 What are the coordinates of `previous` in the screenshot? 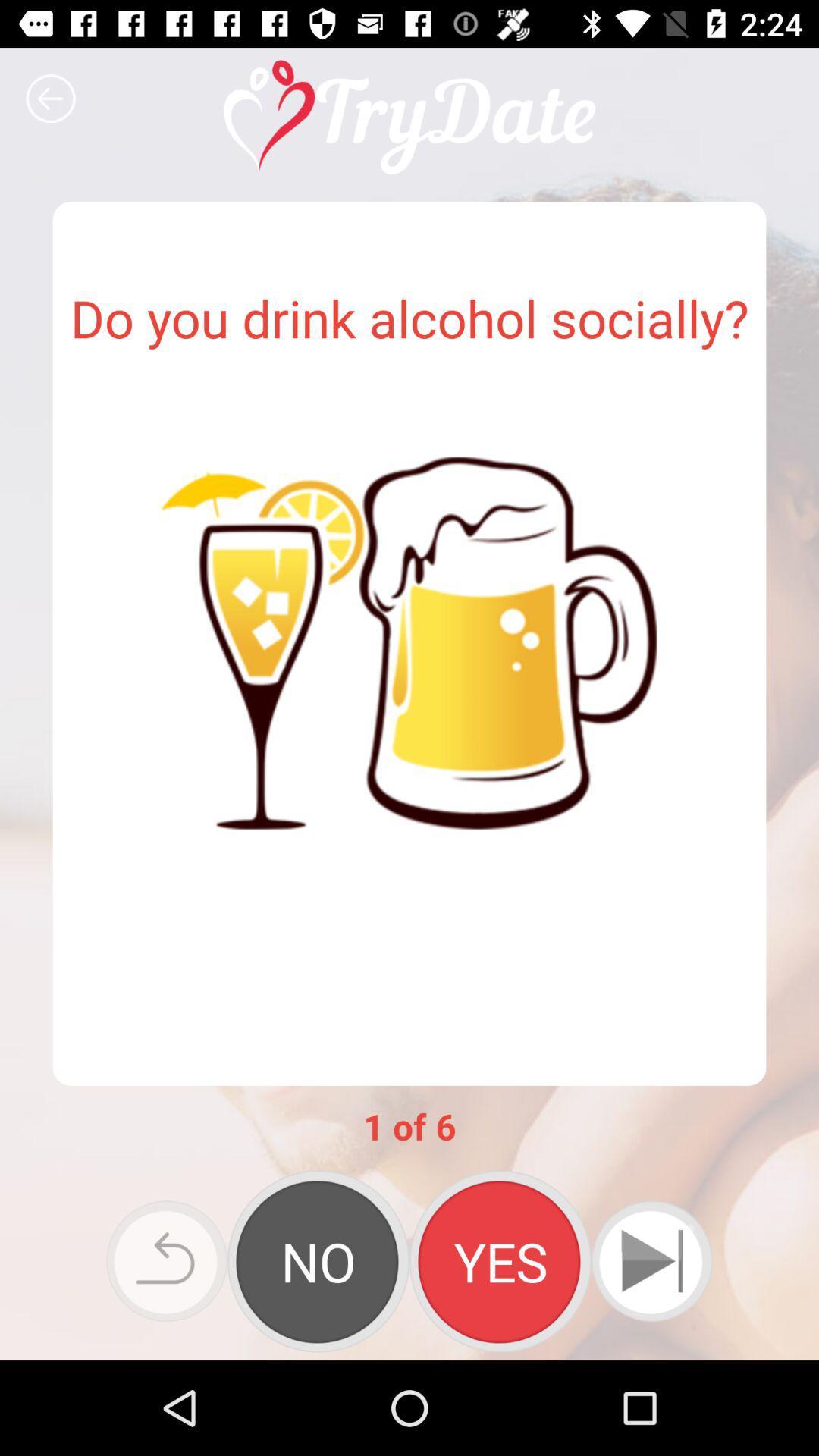 It's located at (167, 1261).